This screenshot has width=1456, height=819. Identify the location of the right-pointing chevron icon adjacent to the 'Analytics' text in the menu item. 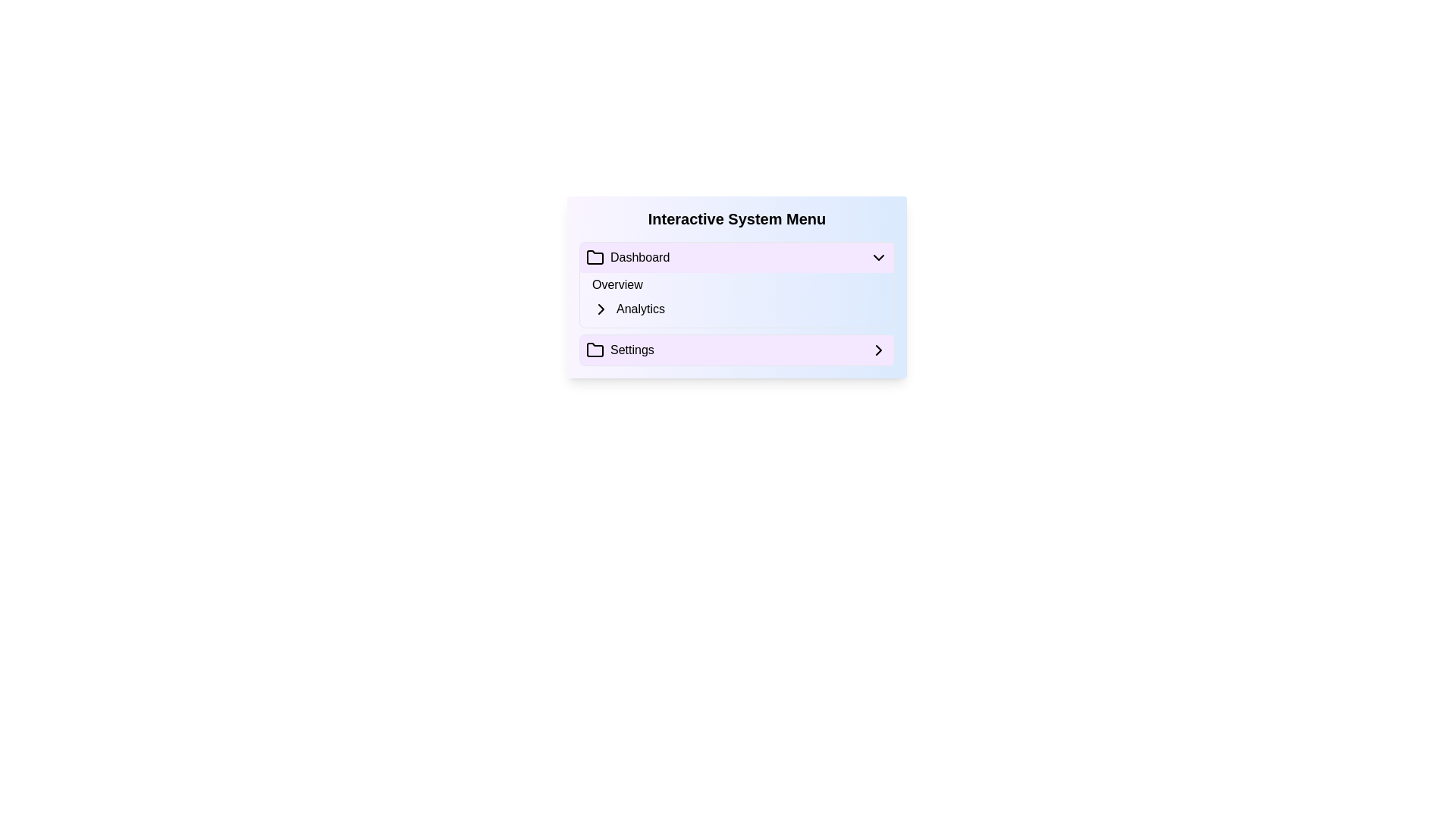
(600, 309).